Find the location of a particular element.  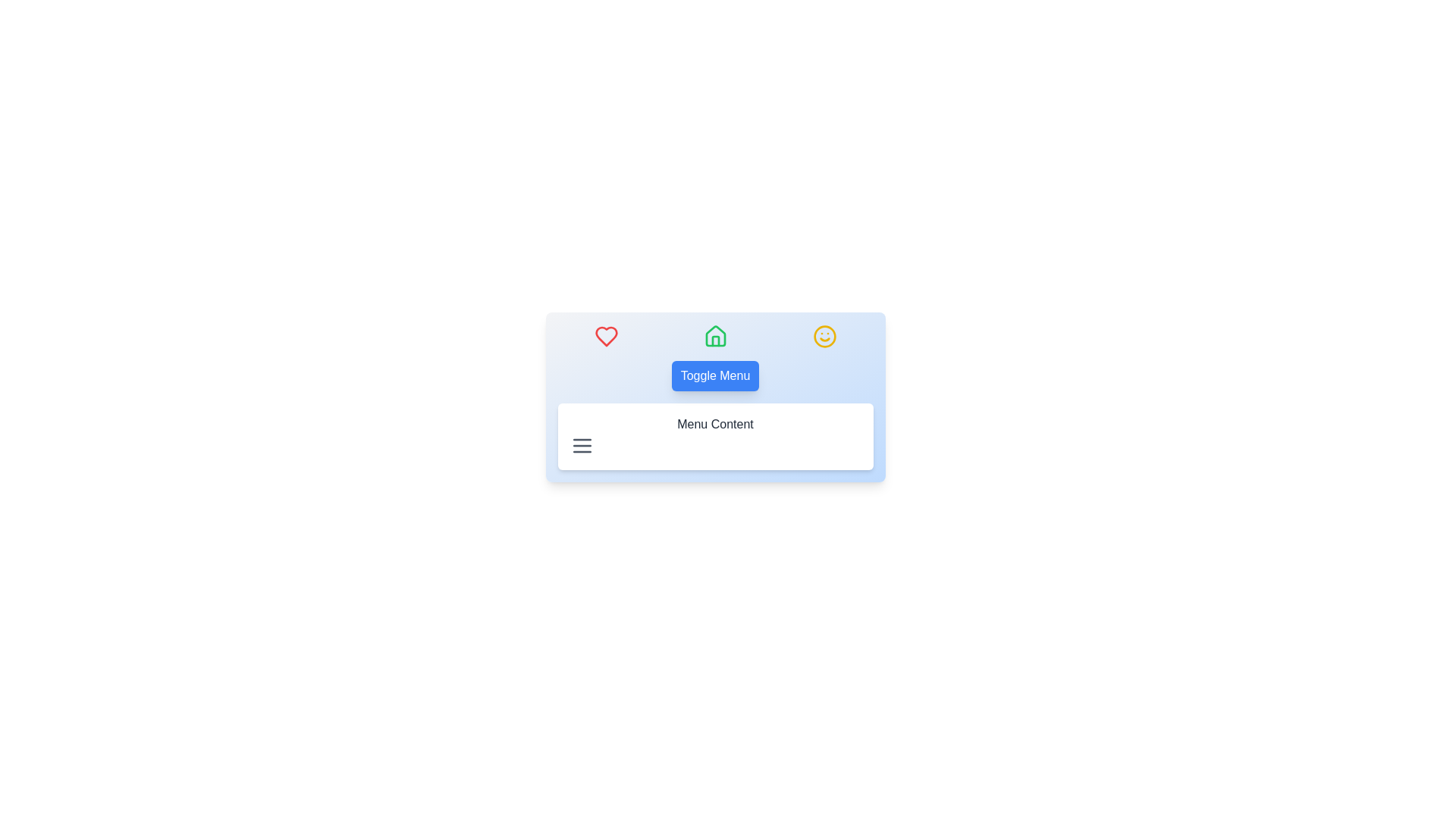

the heart icon located in the top-left corner of the navigation bar is located at coordinates (605, 335).